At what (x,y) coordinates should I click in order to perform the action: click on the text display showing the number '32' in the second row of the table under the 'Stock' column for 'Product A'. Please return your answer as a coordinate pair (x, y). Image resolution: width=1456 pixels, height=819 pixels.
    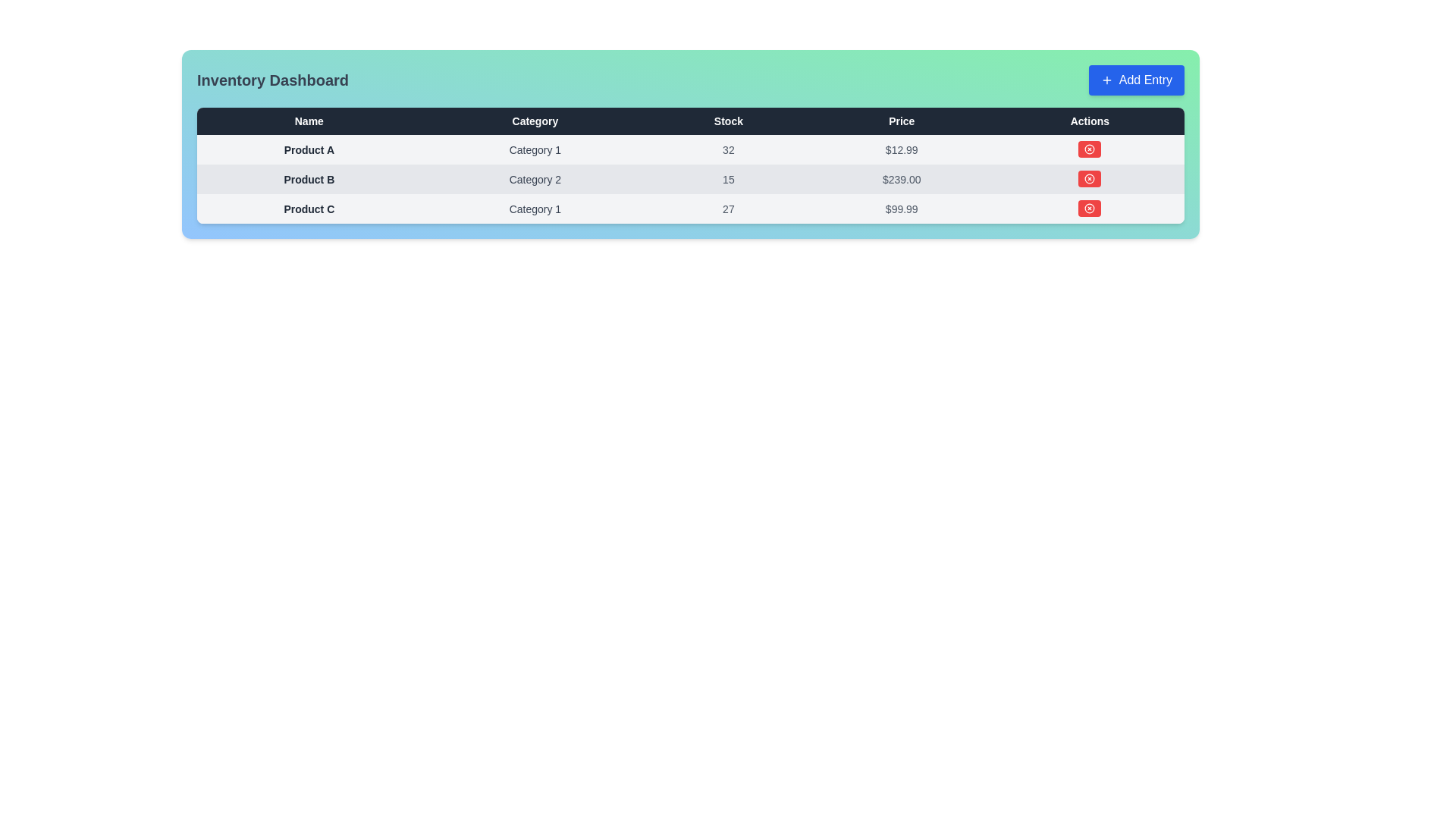
    Looking at the image, I should click on (728, 149).